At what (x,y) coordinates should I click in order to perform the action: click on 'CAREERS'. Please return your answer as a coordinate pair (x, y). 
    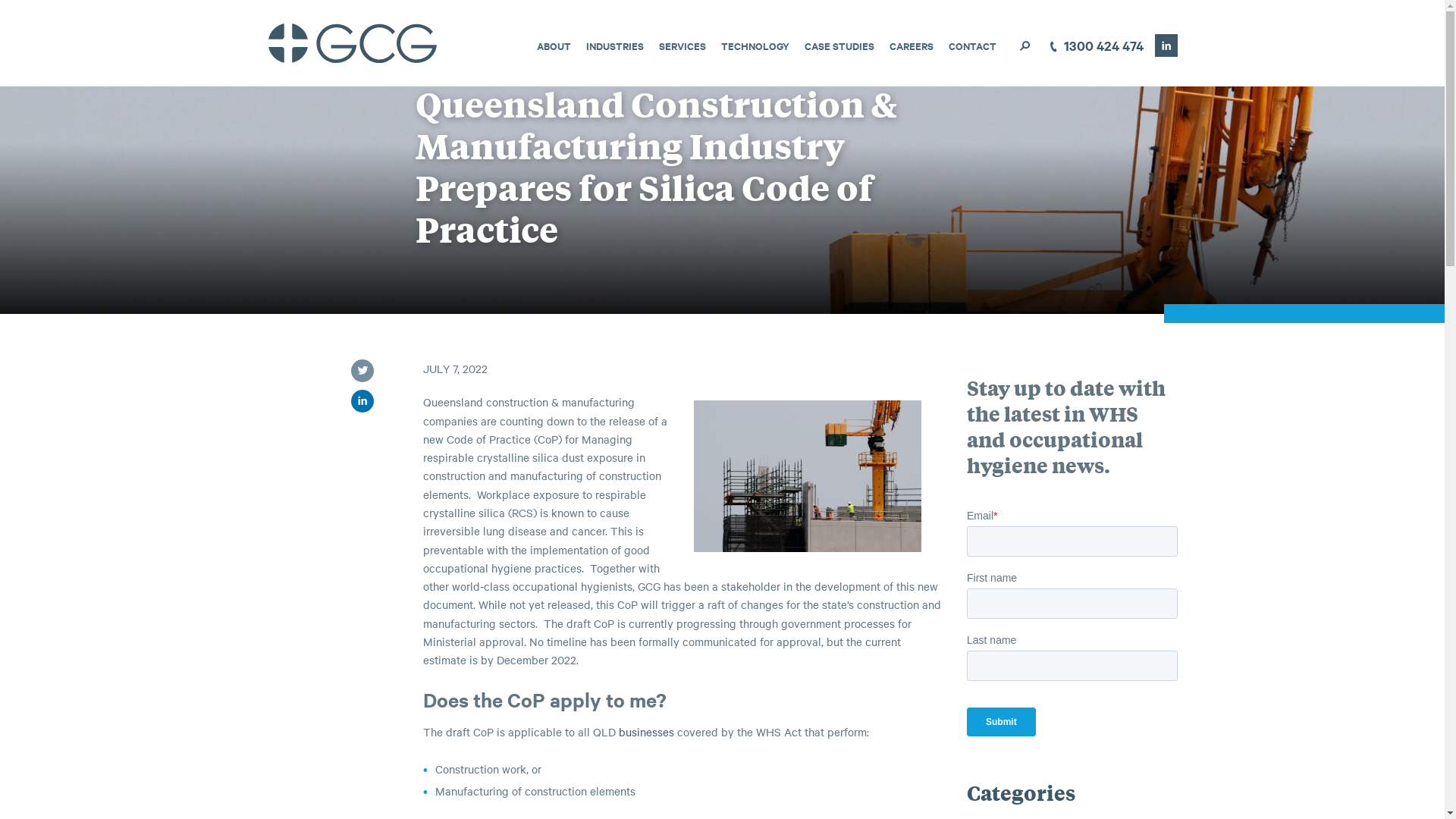
    Looking at the image, I should click on (910, 45).